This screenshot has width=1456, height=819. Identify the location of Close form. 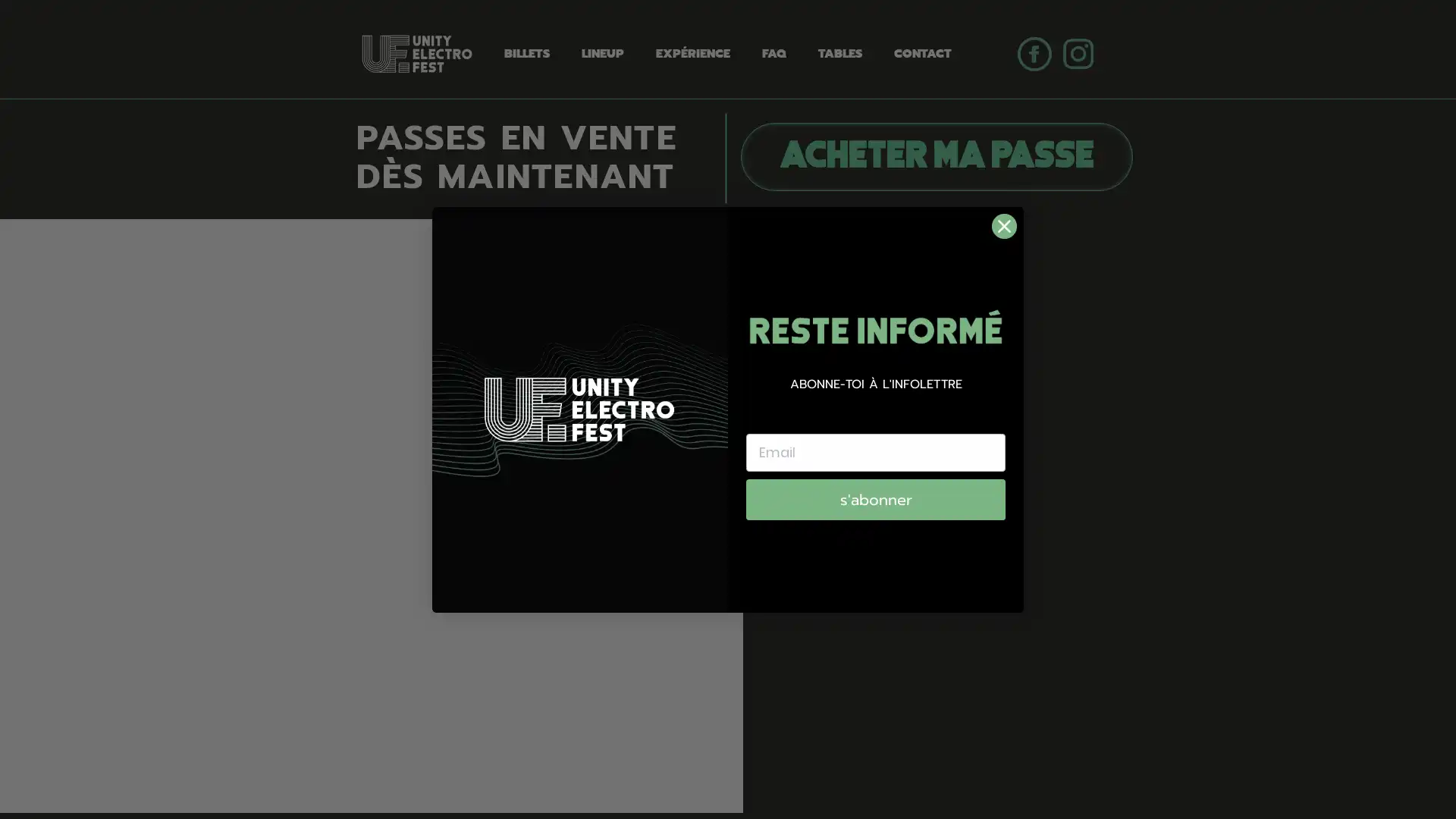
(1004, 225).